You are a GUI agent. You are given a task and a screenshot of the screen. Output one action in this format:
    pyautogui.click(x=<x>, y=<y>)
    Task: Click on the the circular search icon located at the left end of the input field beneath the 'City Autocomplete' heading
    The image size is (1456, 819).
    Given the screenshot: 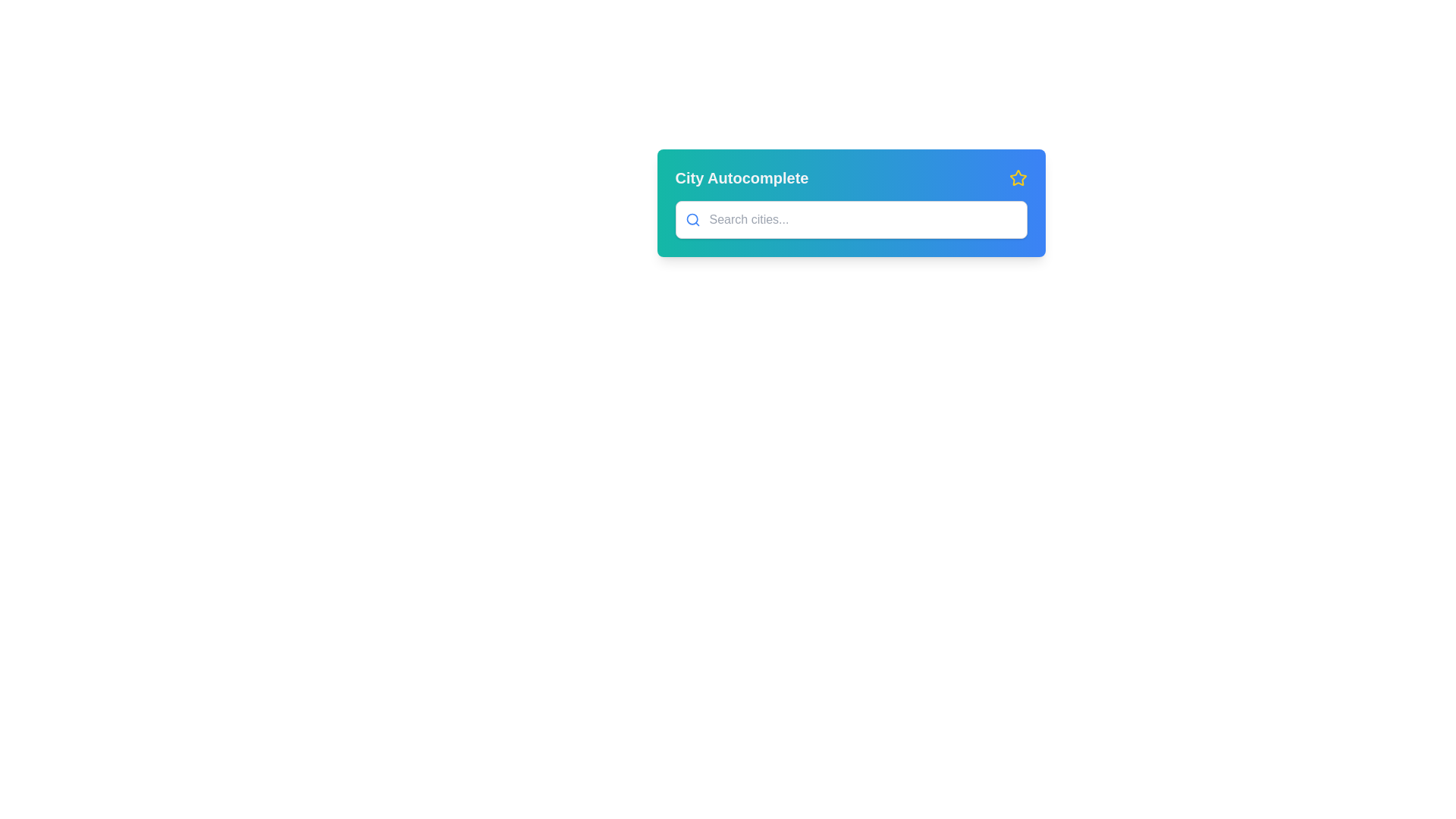 What is the action you would take?
    pyautogui.click(x=691, y=219)
    